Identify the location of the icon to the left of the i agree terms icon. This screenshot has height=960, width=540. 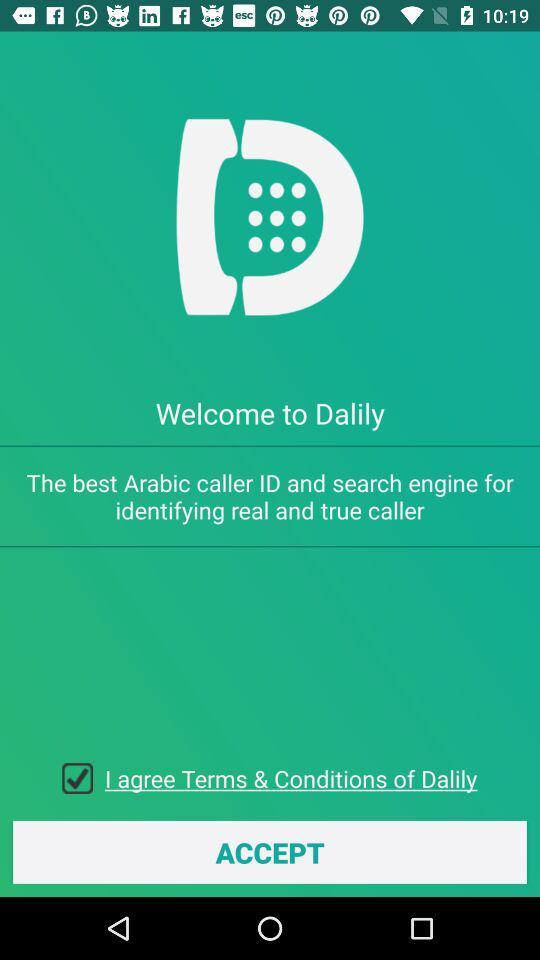
(82, 777).